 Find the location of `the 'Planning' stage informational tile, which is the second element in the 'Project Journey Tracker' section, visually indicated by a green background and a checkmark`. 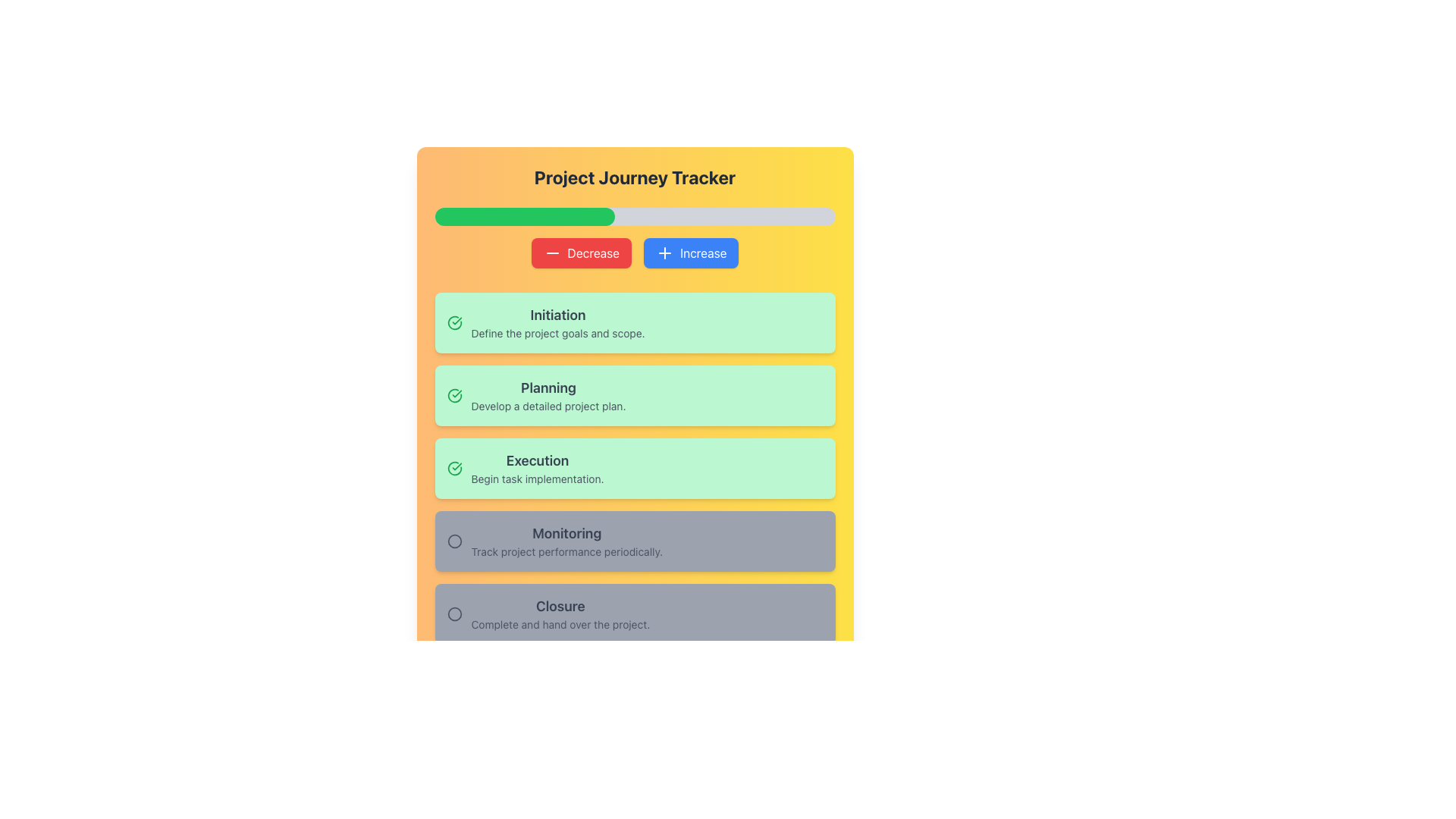

the 'Planning' stage informational tile, which is the second element in the 'Project Journey Tracker' section, visually indicated by a green background and a checkmark is located at coordinates (635, 394).